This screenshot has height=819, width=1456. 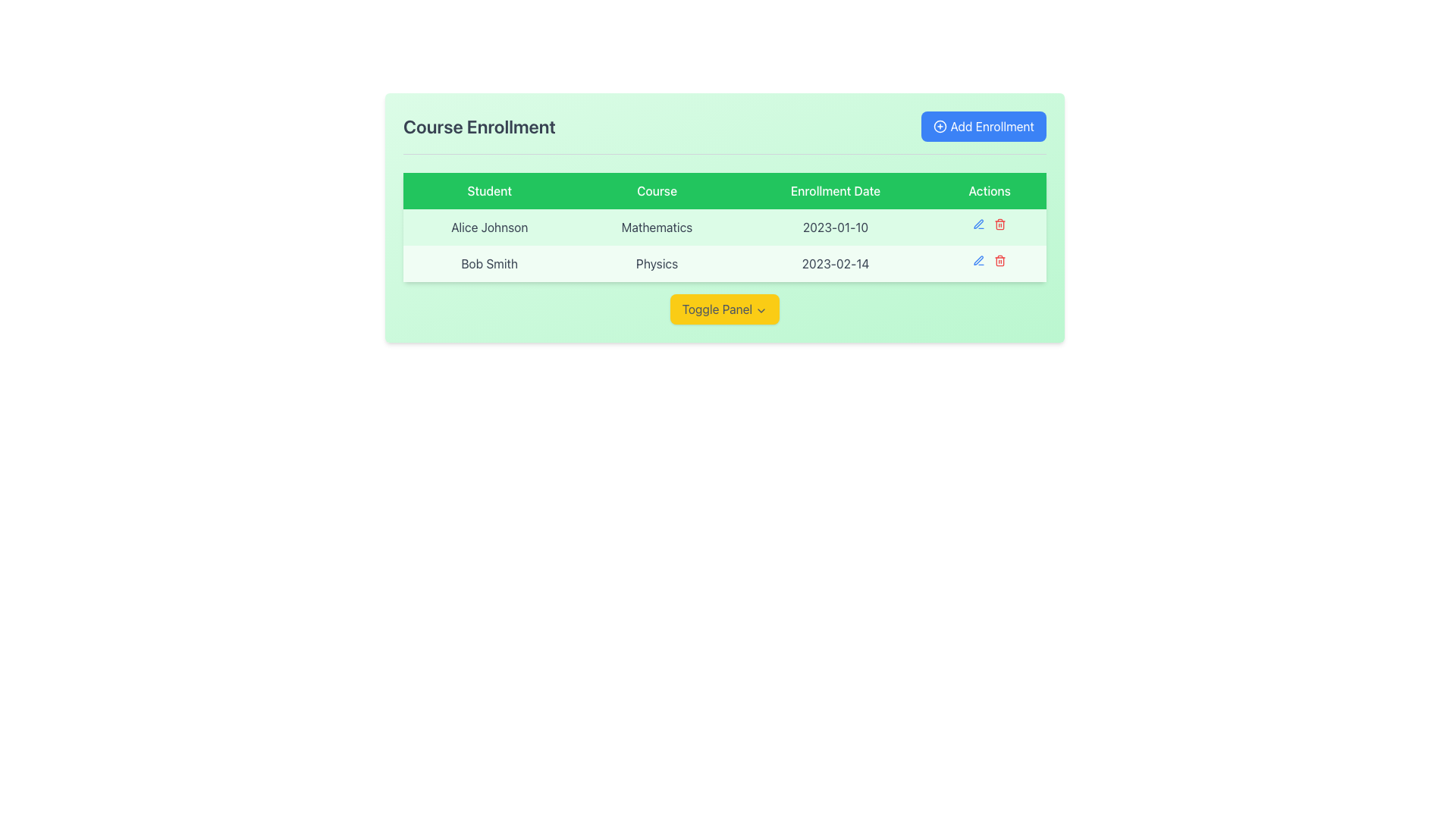 What do you see at coordinates (657, 262) in the screenshot?
I see `the 'Physics' text label located in the second row under the 'Course' column of the enrollment table` at bounding box center [657, 262].